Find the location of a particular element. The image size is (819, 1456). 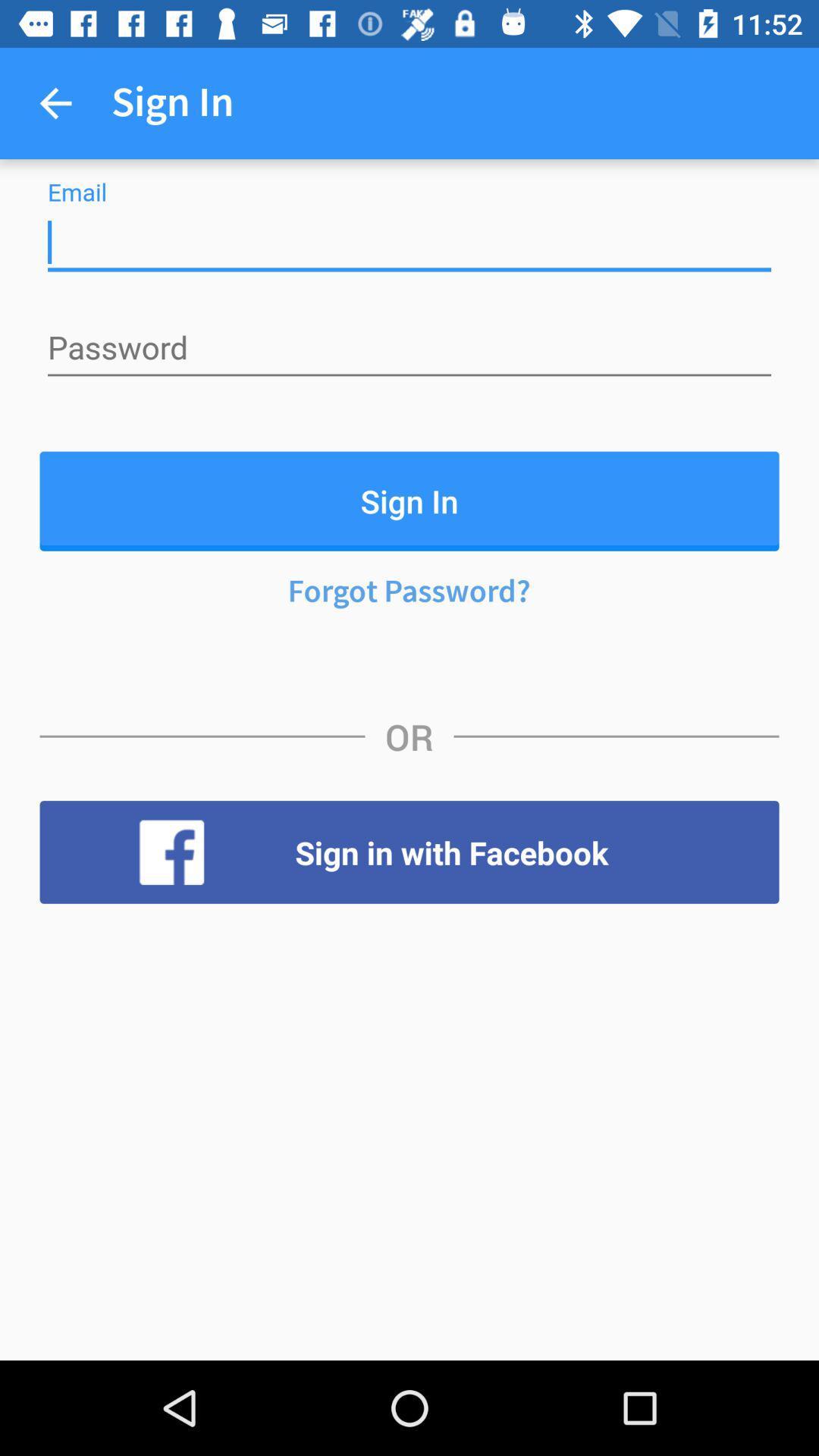

insert email is located at coordinates (409, 243).